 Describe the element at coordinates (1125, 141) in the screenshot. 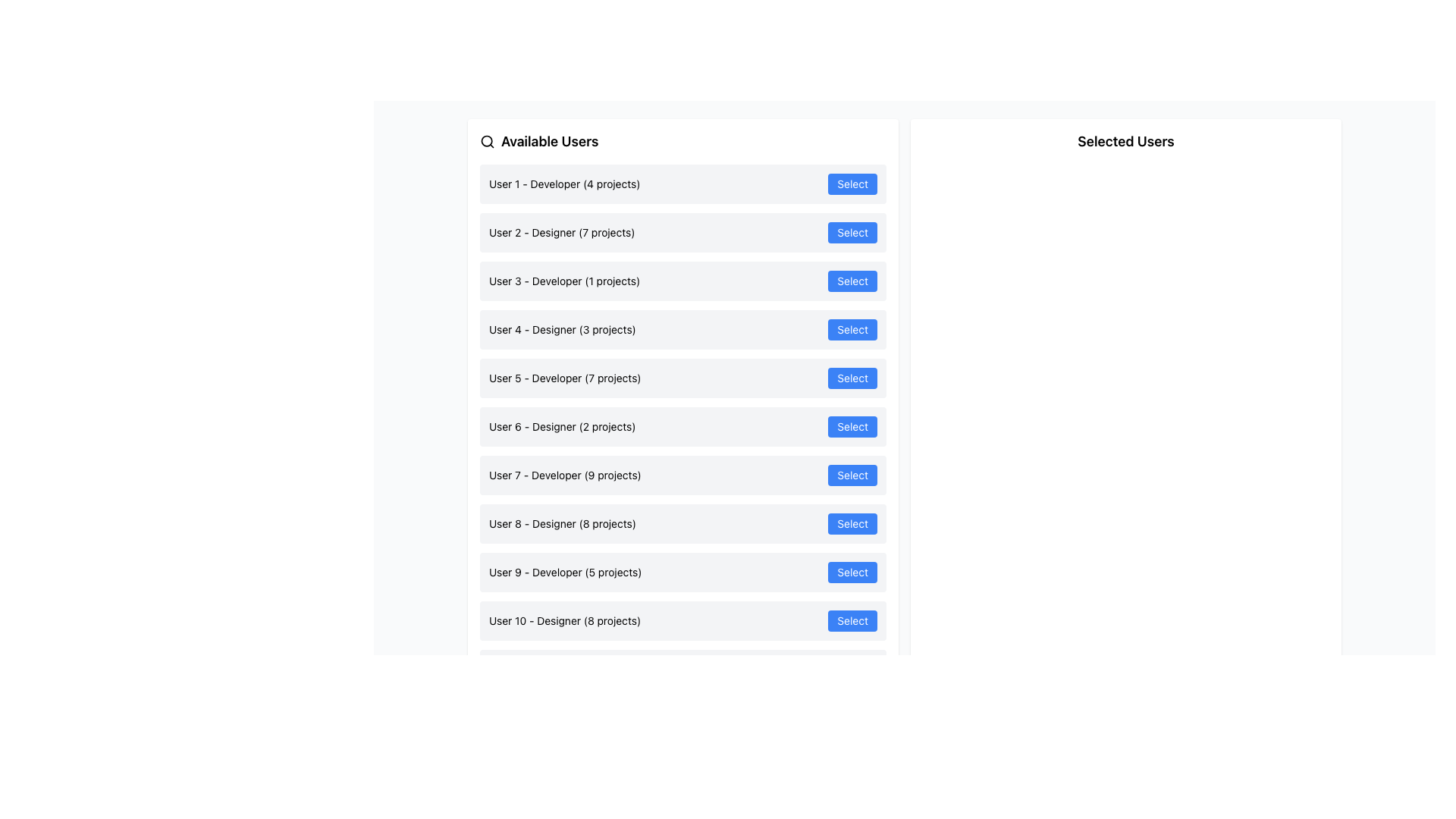

I see `the static text label at the top of the right panel indicating the purpose of the section for selected users` at that location.